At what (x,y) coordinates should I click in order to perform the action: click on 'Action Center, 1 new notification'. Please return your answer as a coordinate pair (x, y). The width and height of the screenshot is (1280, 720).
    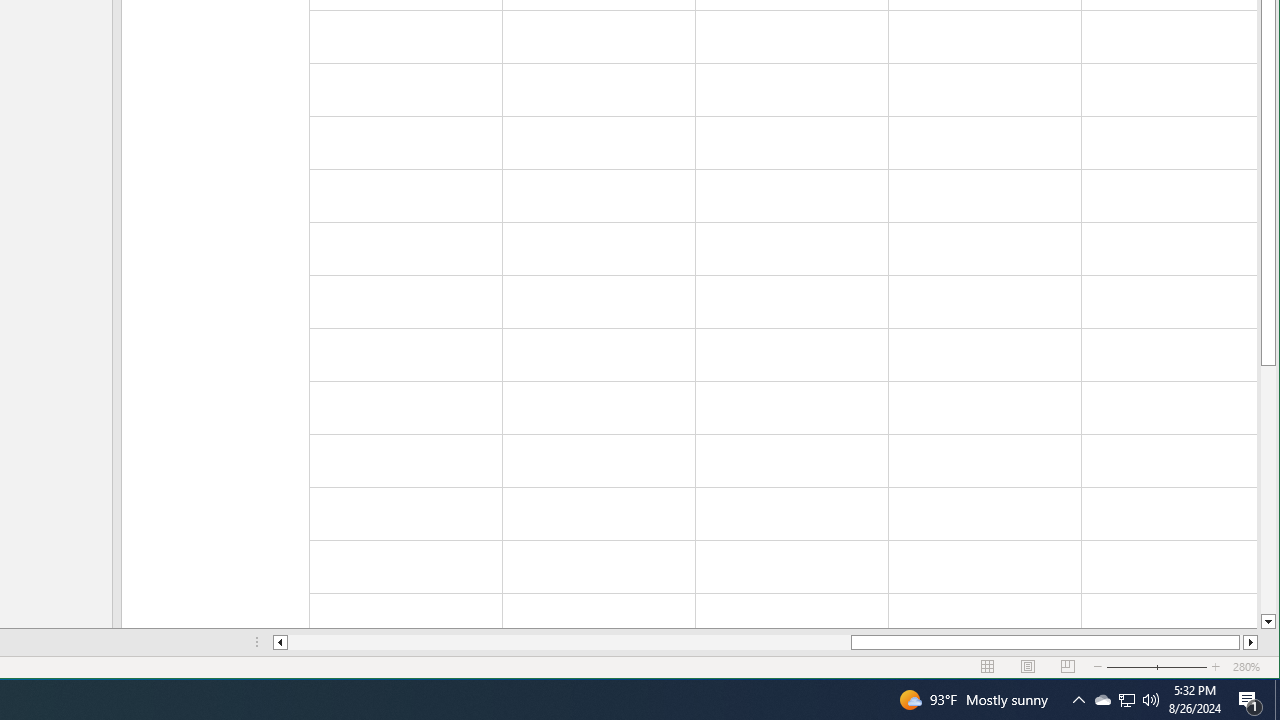
    Looking at the image, I should click on (1250, 698).